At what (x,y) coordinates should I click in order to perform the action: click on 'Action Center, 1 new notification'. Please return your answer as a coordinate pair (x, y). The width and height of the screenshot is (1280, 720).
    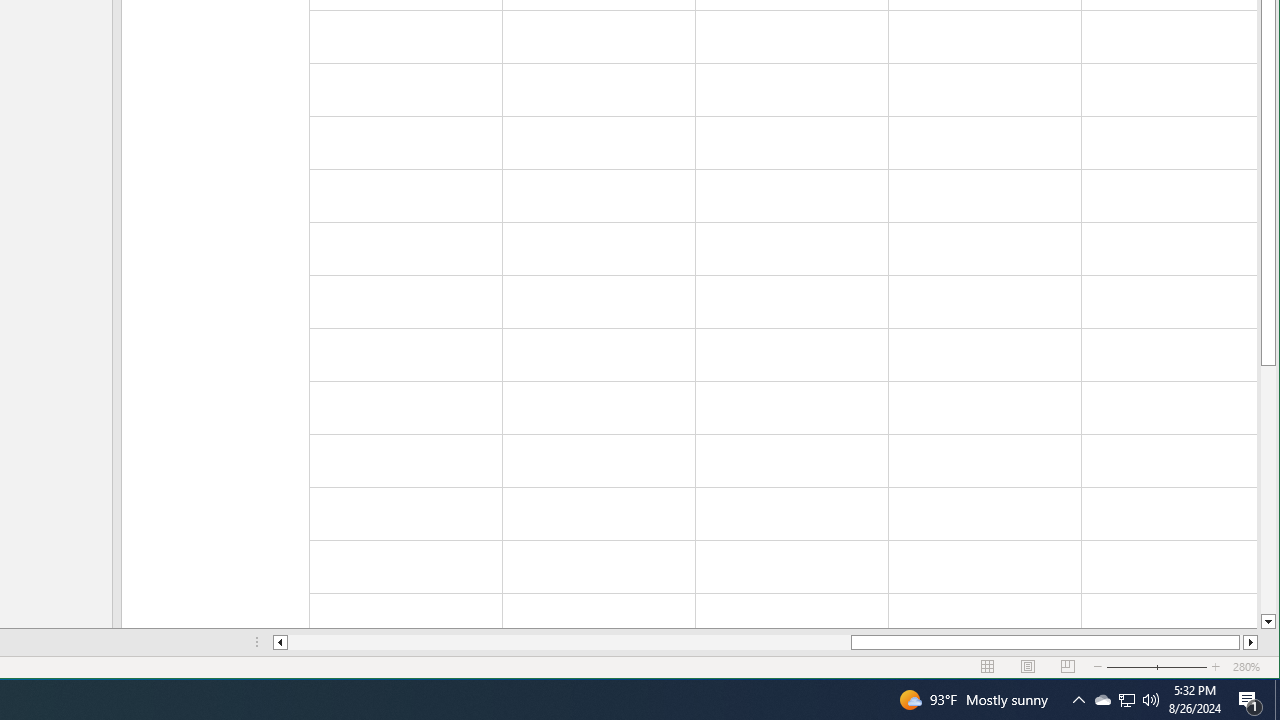
    Looking at the image, I should click on (1250, 698).